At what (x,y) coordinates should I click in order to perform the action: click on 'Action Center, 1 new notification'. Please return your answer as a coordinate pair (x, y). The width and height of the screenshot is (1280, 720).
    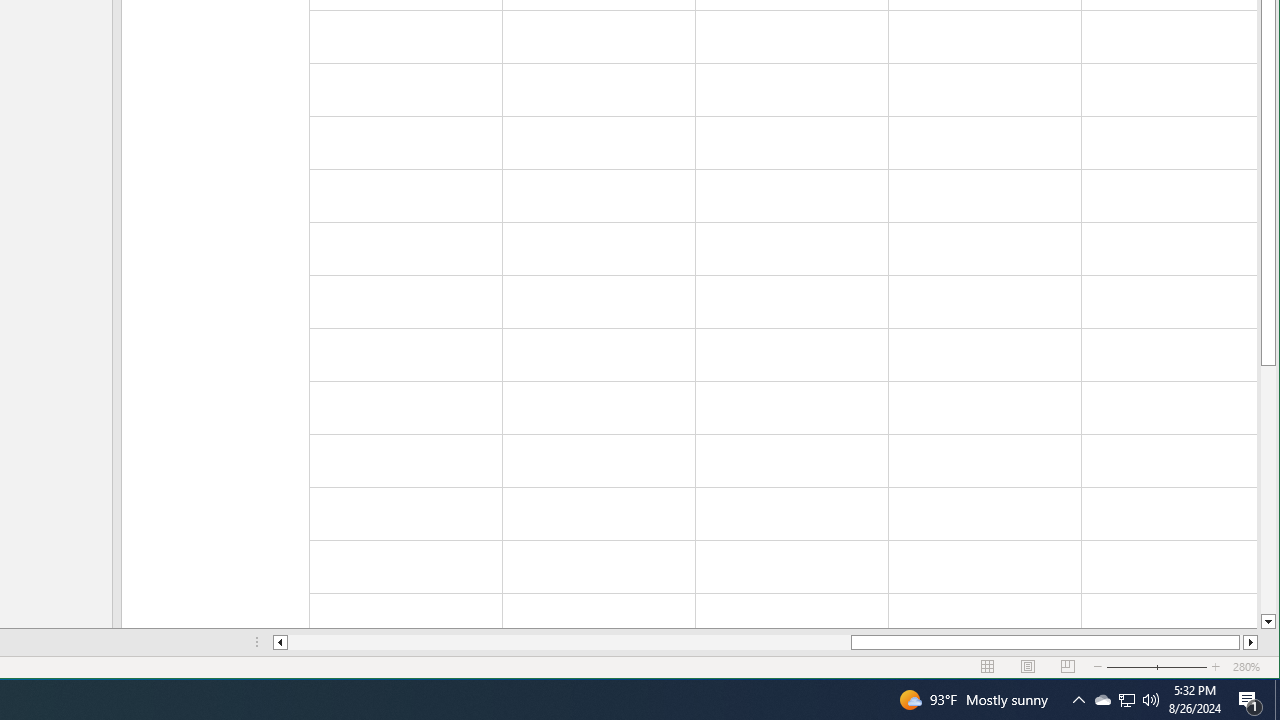
    Looking at the image, I should click on (1250, 698).